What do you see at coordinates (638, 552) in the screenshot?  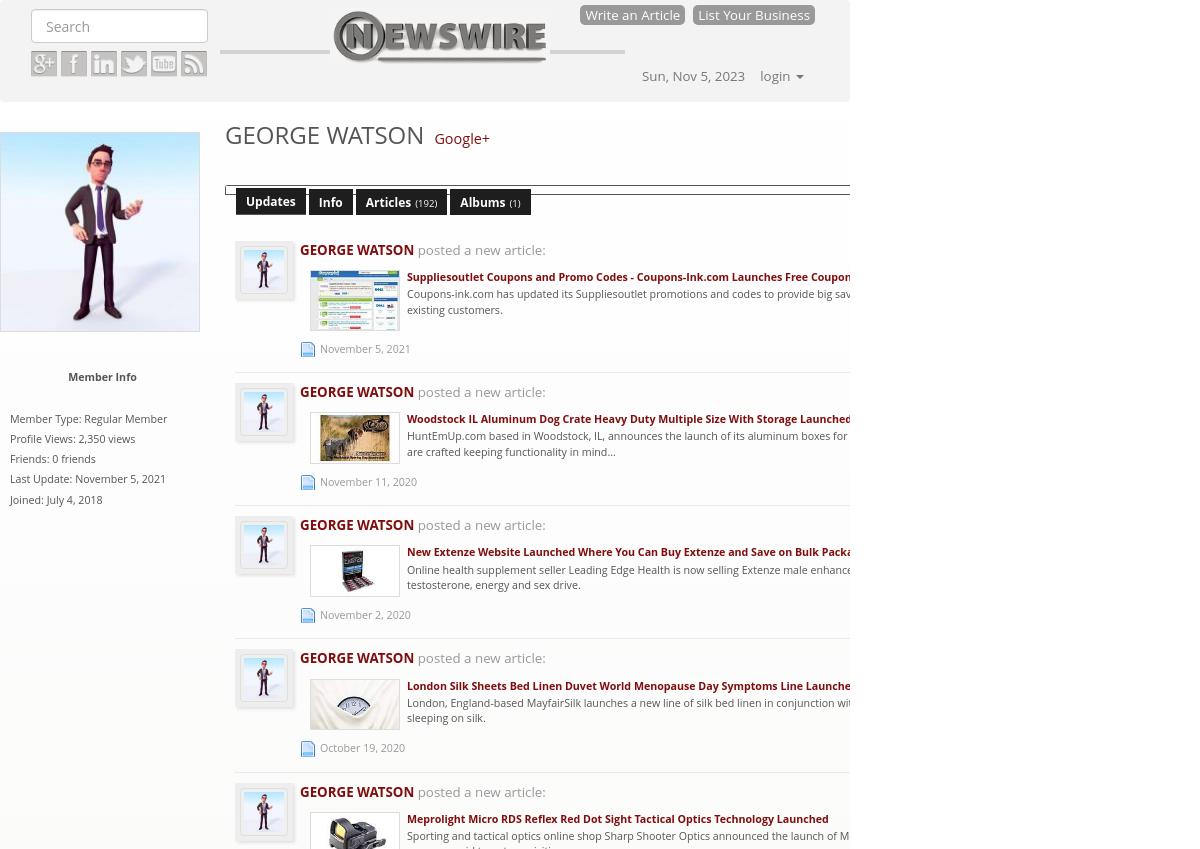 I see `'New Extenze Website Launched Where You Can Buy Extenze and Save on Bulk Packages'` at bounding box center [638, 552].